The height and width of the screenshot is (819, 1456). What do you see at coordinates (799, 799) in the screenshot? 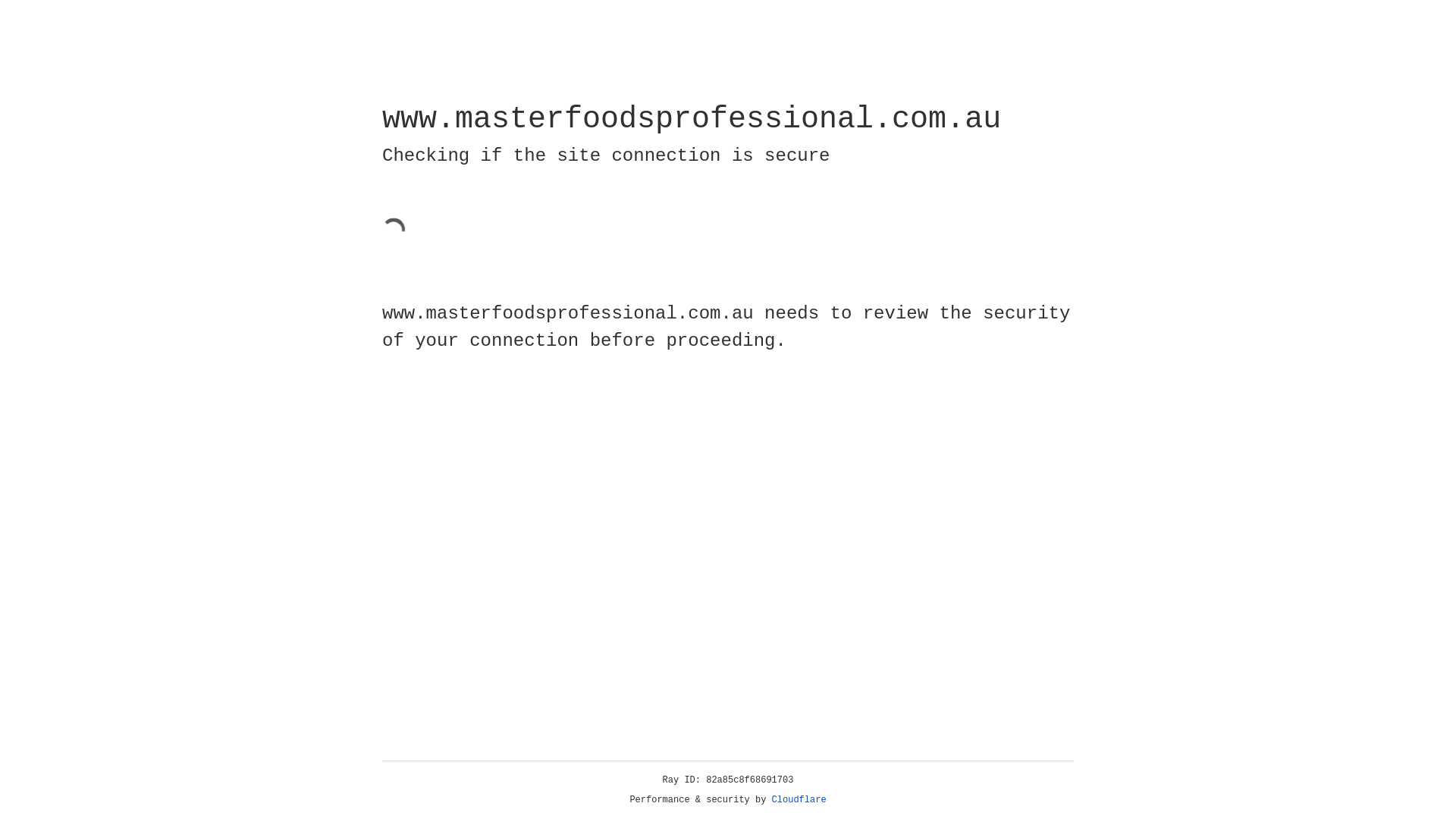
I see `'Cloudflare'` at bounding box center [799, 799].